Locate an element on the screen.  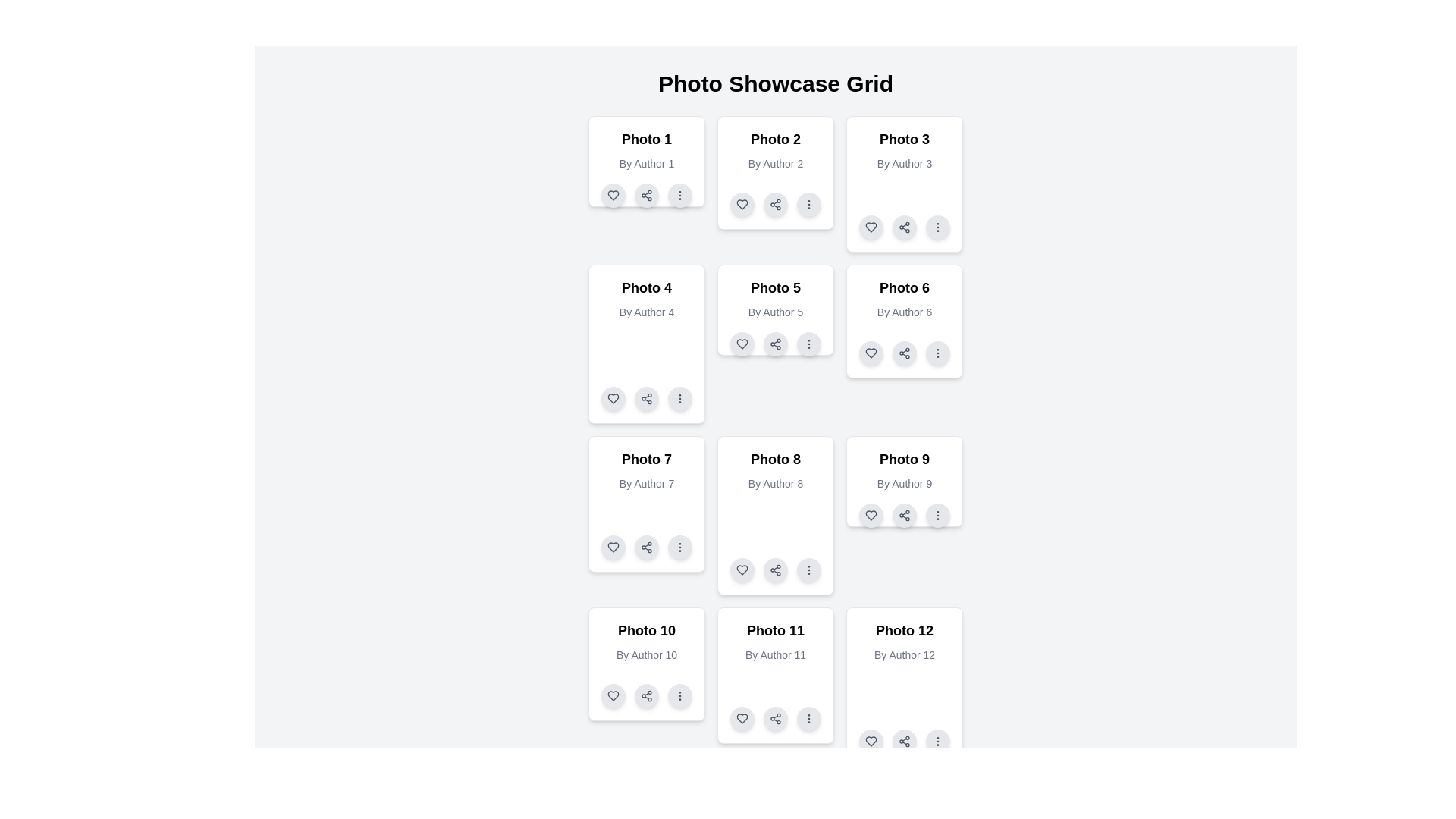
the favorite button for 'Photo 5' is located at coordinates (742, 344).